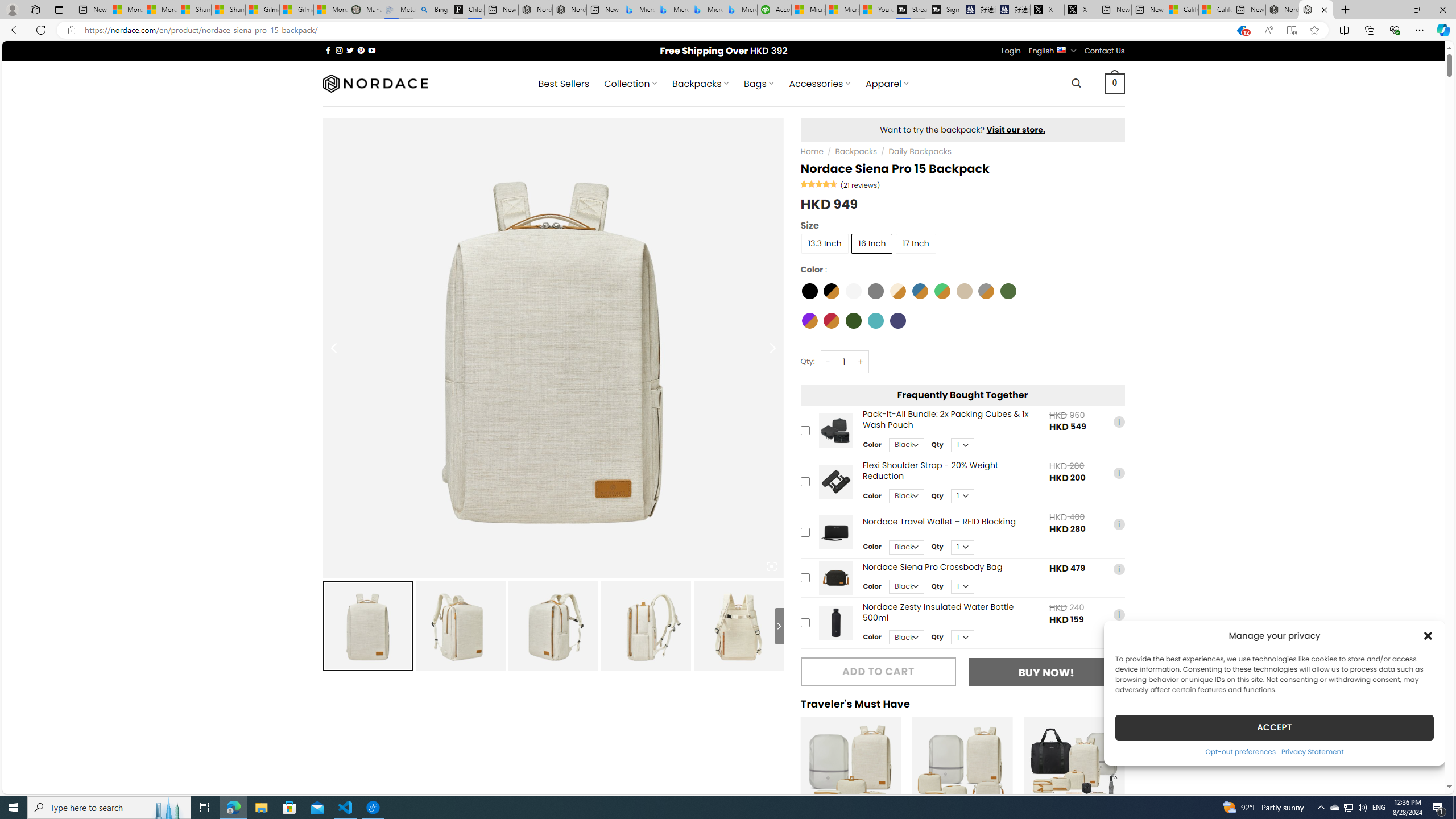  What do you see at coordinates (1011, 51) in the screenshot?
I see `'Login'` at bounding box center [1011, 51].